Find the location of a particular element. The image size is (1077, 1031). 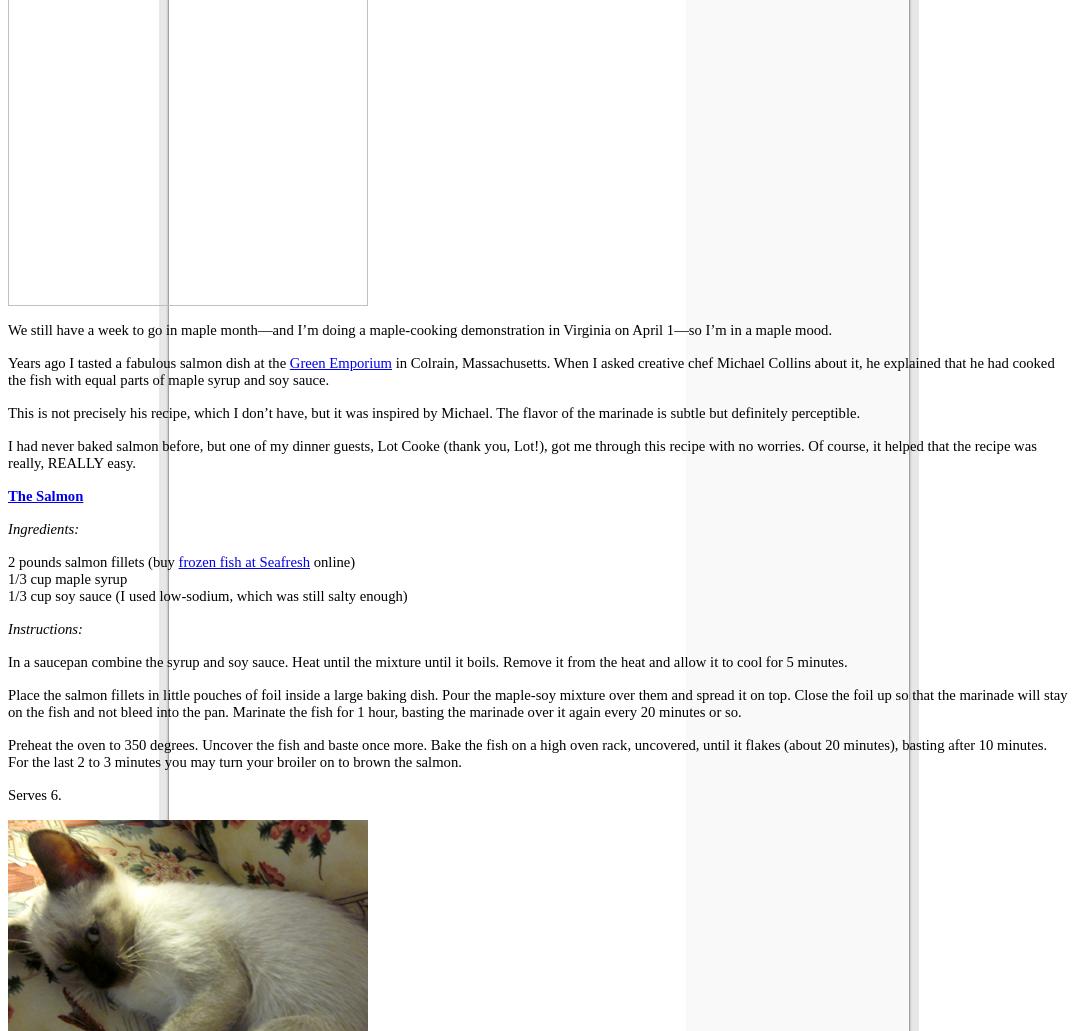

'Serves 6.' is located at coordinates (33, 792).